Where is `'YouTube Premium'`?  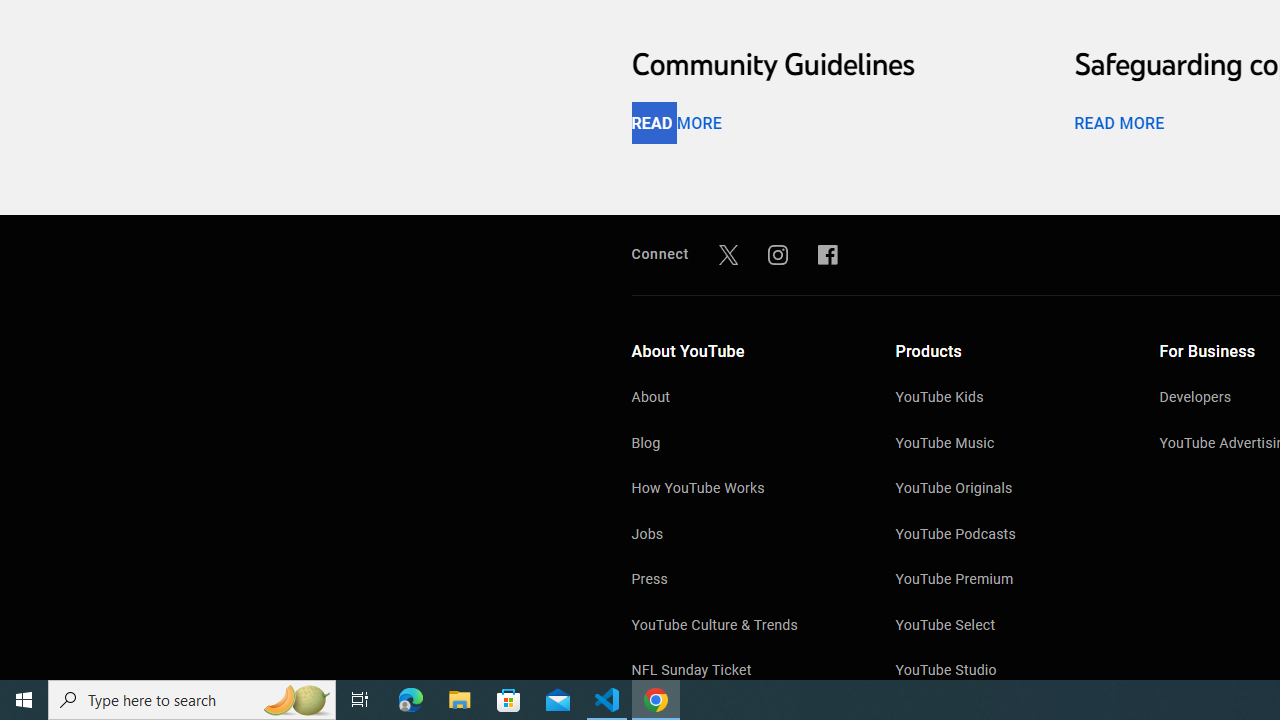 'YouTube Premium' is located at coordinates (1007, 581).